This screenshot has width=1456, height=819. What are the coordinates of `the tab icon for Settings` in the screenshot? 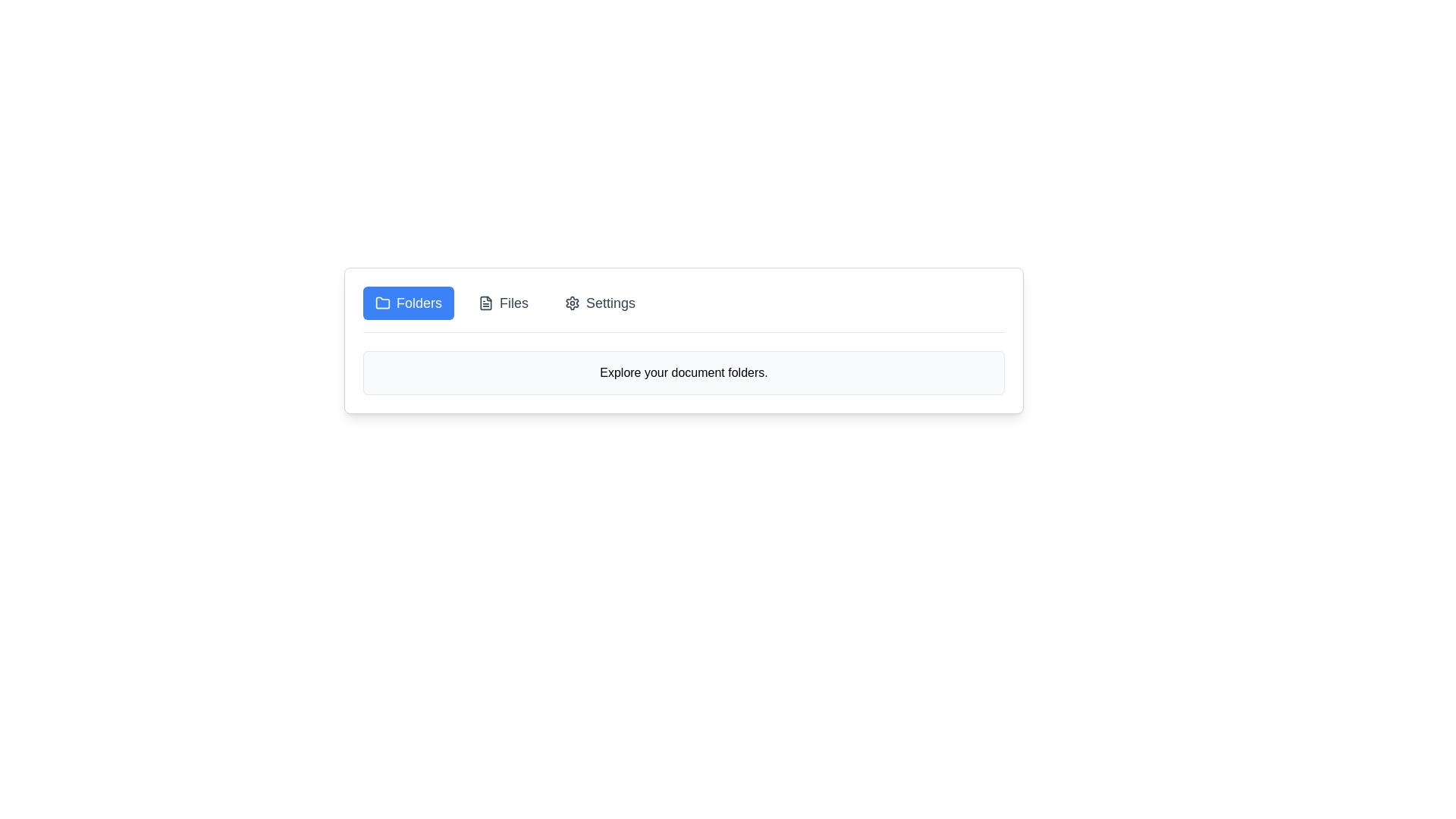 It's located at (571, 303).